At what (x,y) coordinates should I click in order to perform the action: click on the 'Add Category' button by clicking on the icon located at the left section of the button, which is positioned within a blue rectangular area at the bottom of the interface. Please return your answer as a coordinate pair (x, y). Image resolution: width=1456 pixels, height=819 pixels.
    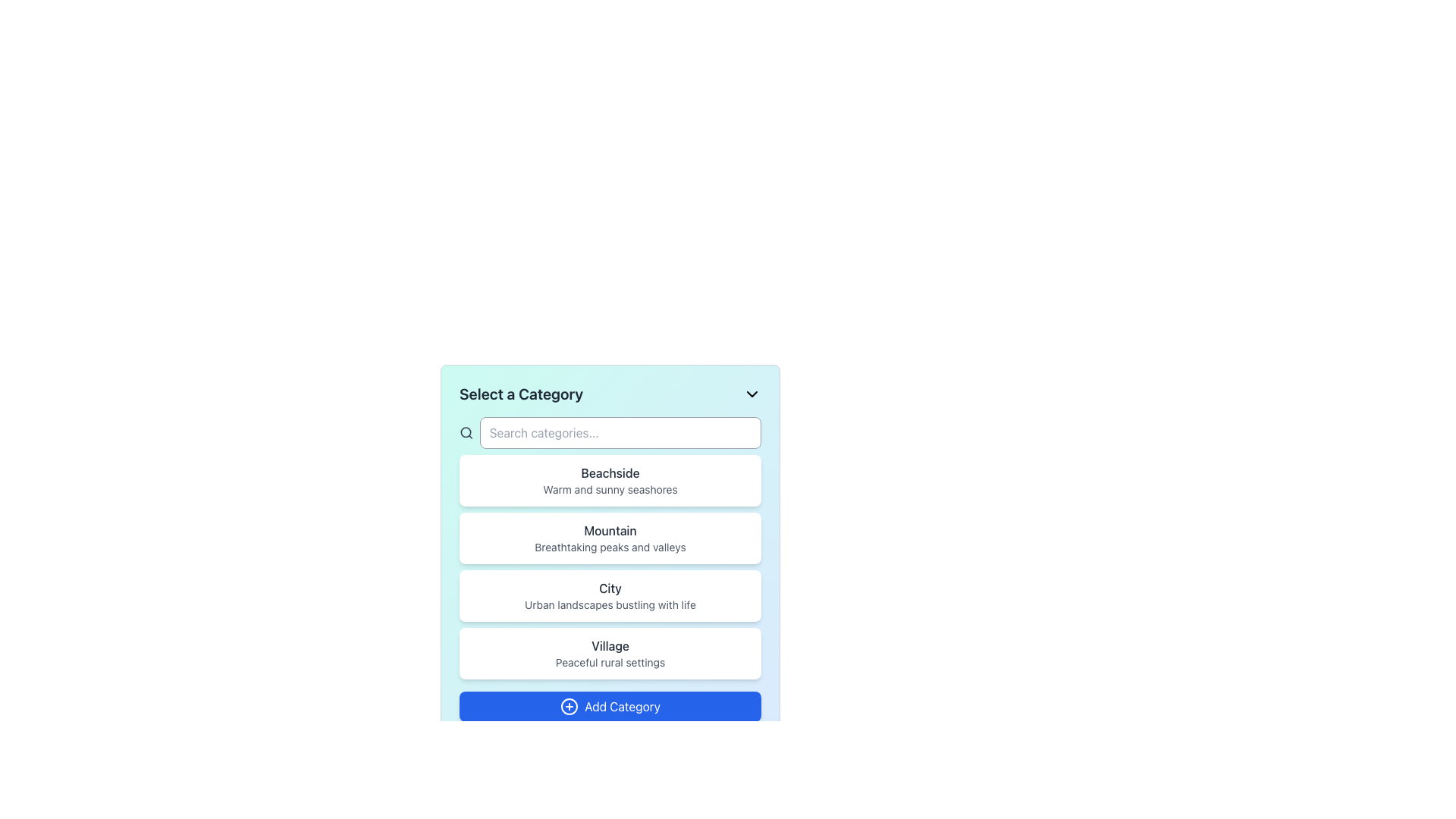
    Looking at the image, I should click on (569, 707).